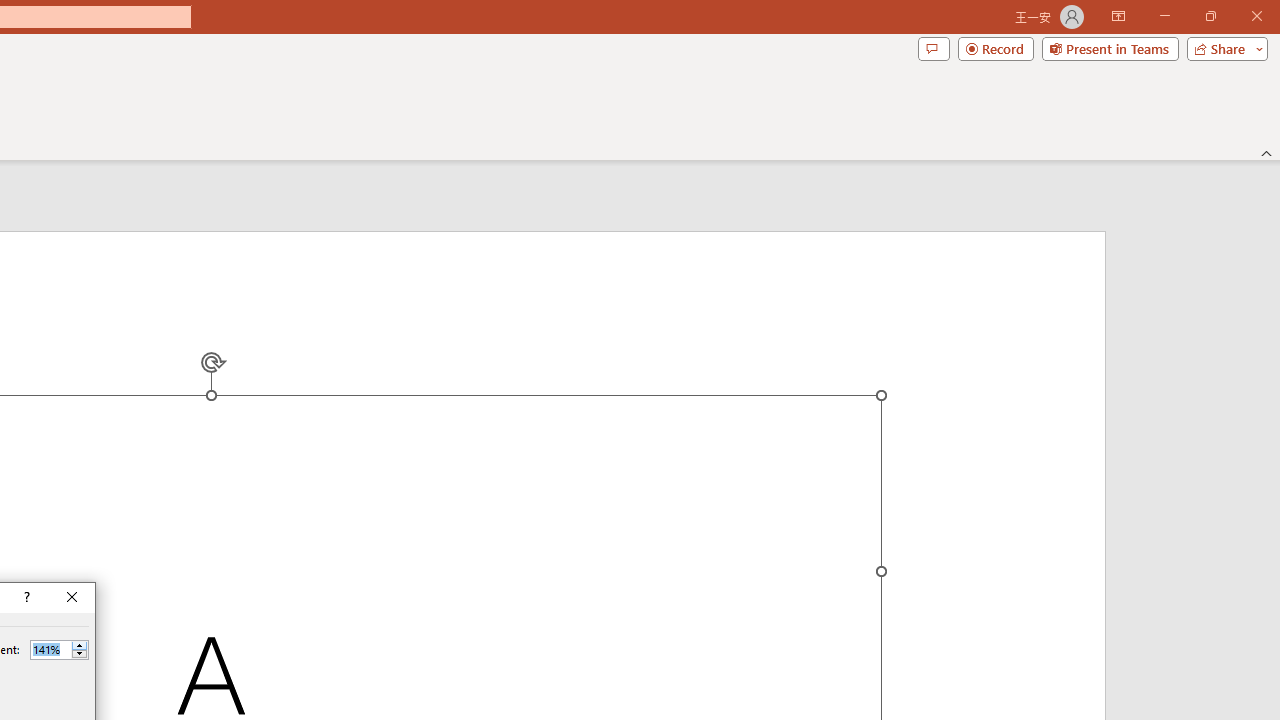 The image size is (1280, 720). What do you see at coordinates (50, 649) in the screenshot?
I see `'Percent'` at bounding box center [50, 649].